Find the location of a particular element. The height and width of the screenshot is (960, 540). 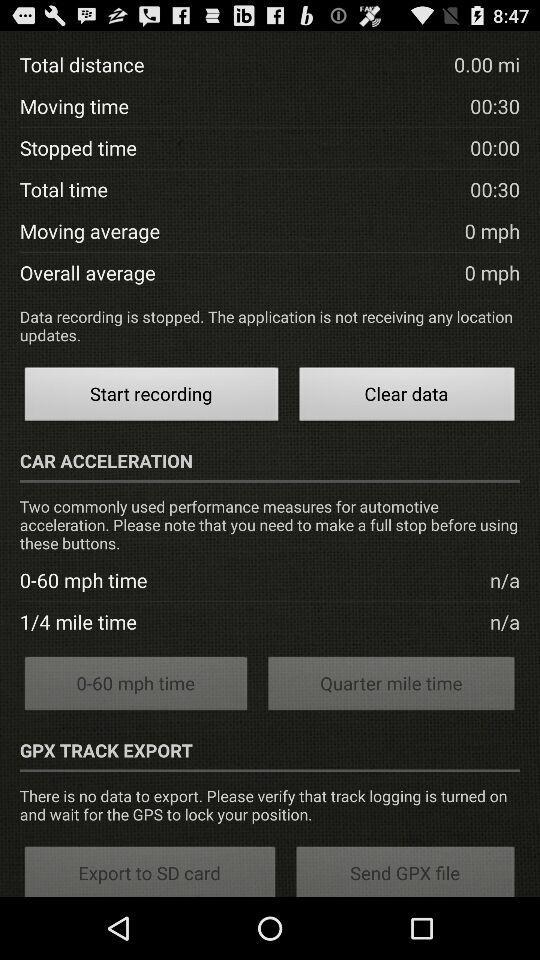

the send gpx file icon is located at coordinates (405, 869).